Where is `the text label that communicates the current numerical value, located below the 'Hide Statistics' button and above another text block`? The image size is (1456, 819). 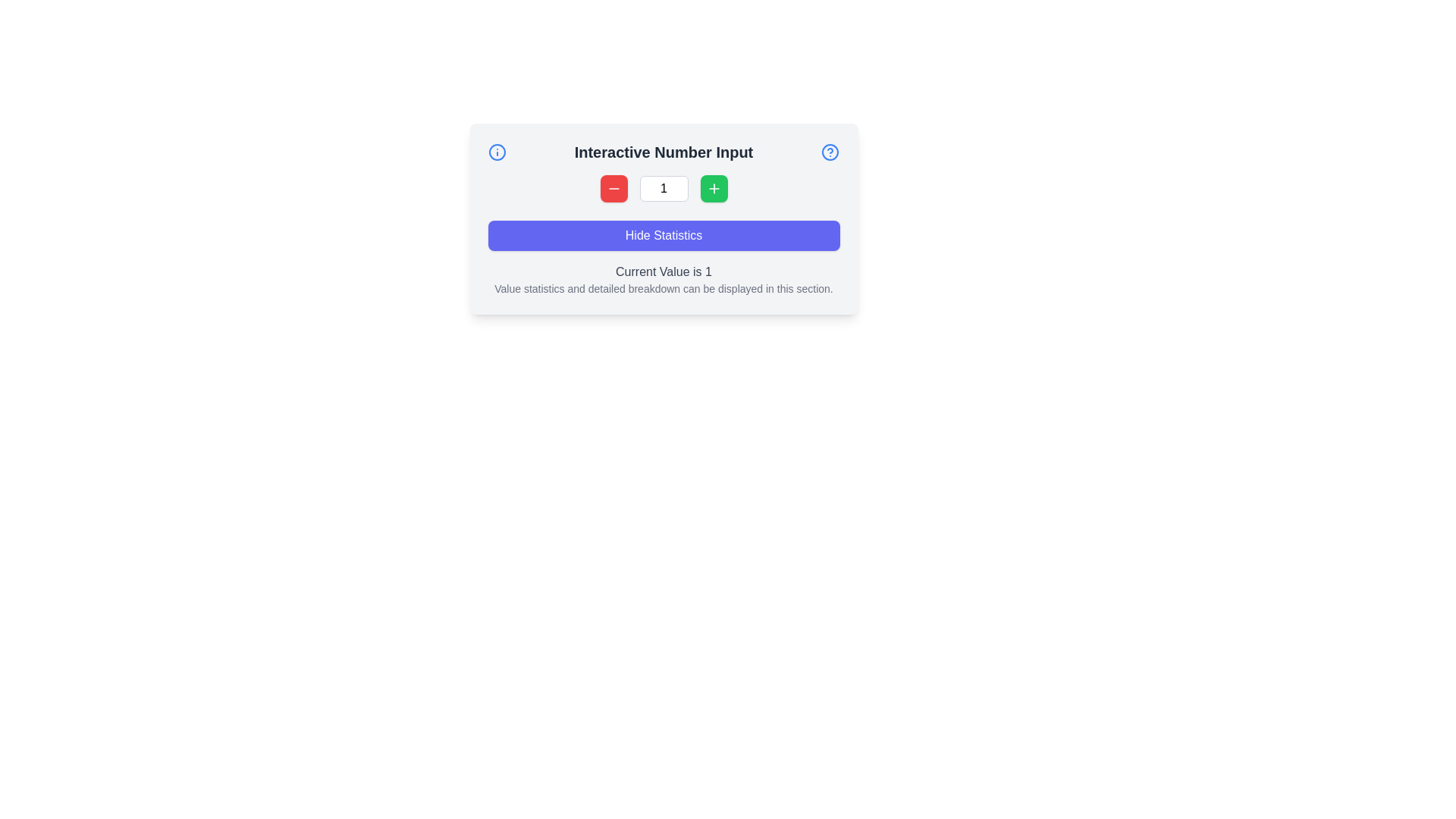 the text label that communicates the current numerical value, located below the 'Hide Statistics' button and above another text block is located at coordinates (664, 271).